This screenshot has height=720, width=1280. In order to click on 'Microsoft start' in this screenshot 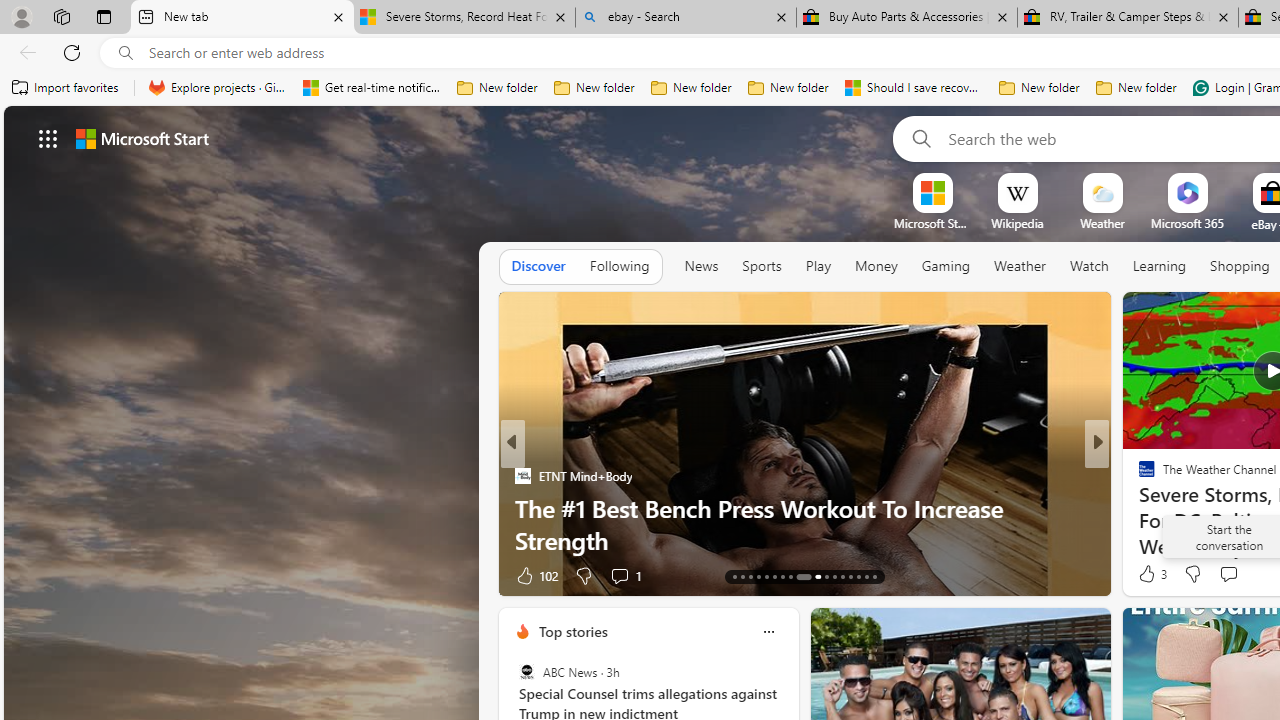, I will do `click(141, 137)`.